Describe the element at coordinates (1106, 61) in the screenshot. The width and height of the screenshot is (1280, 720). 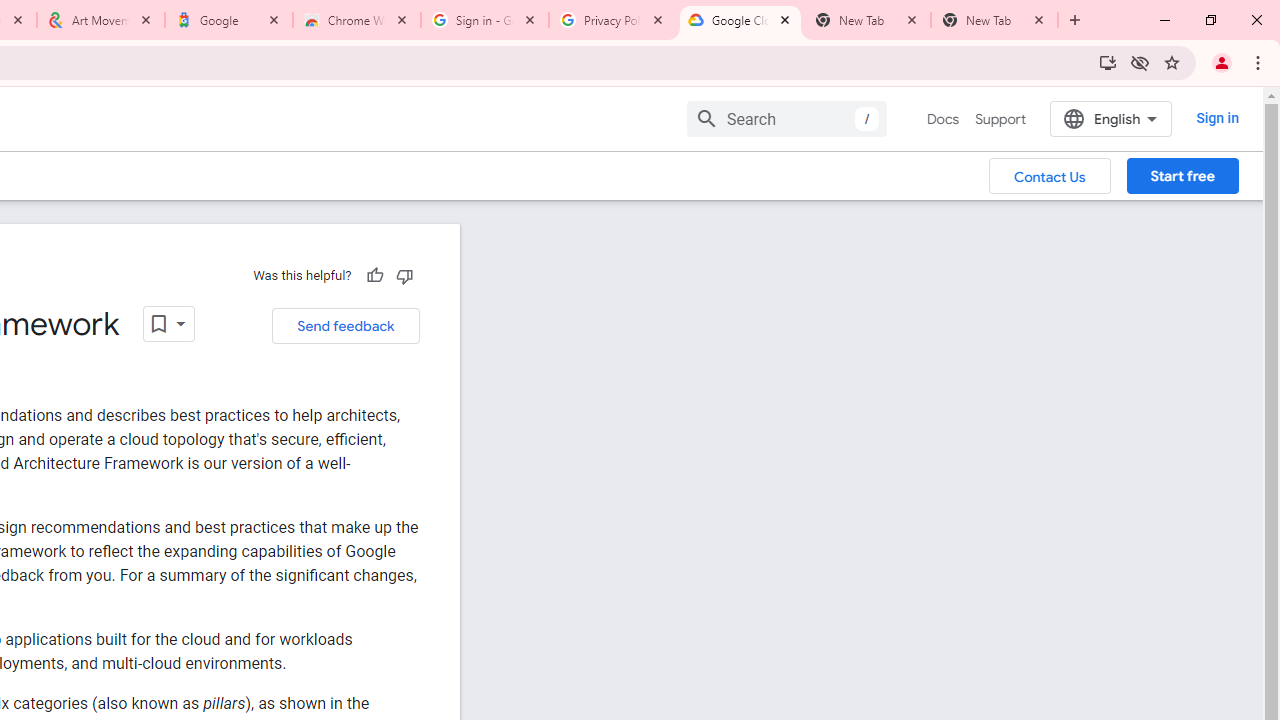
I see `'Install Google Cloud'` at that location.